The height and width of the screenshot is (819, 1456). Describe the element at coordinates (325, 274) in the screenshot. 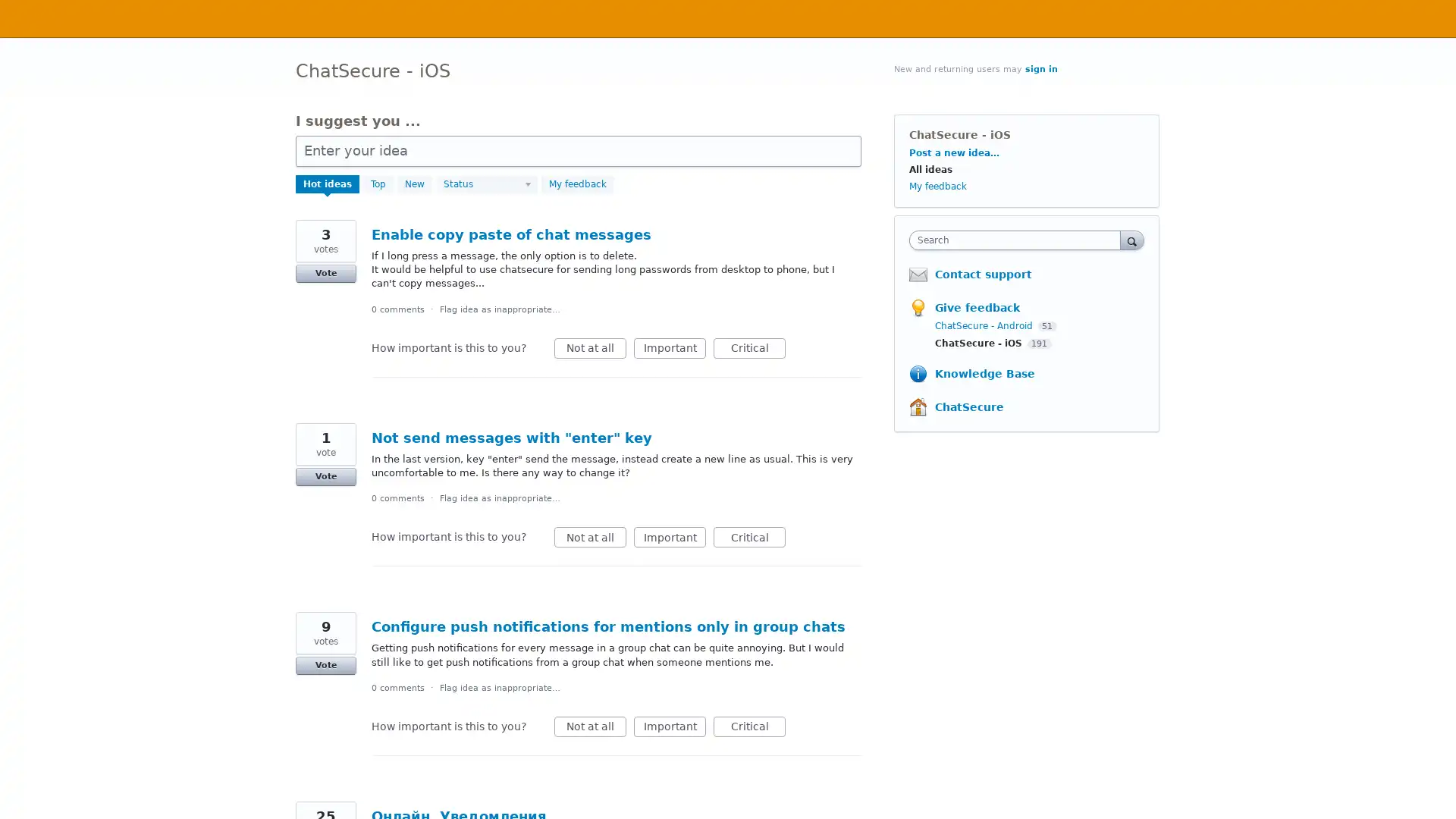

I see `Vote` at that location.